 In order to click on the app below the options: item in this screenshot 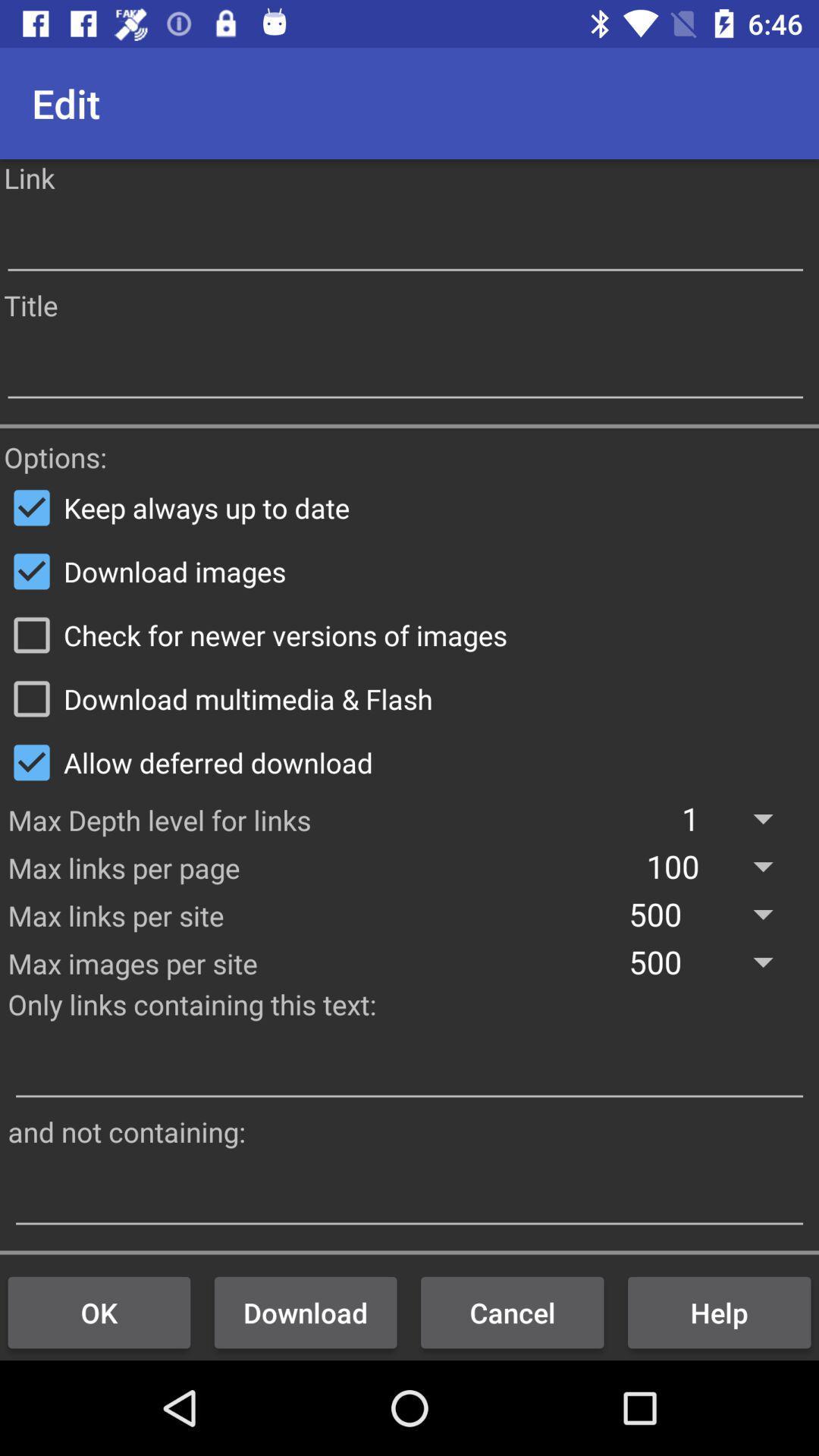, I will do `click(409, 507)`.